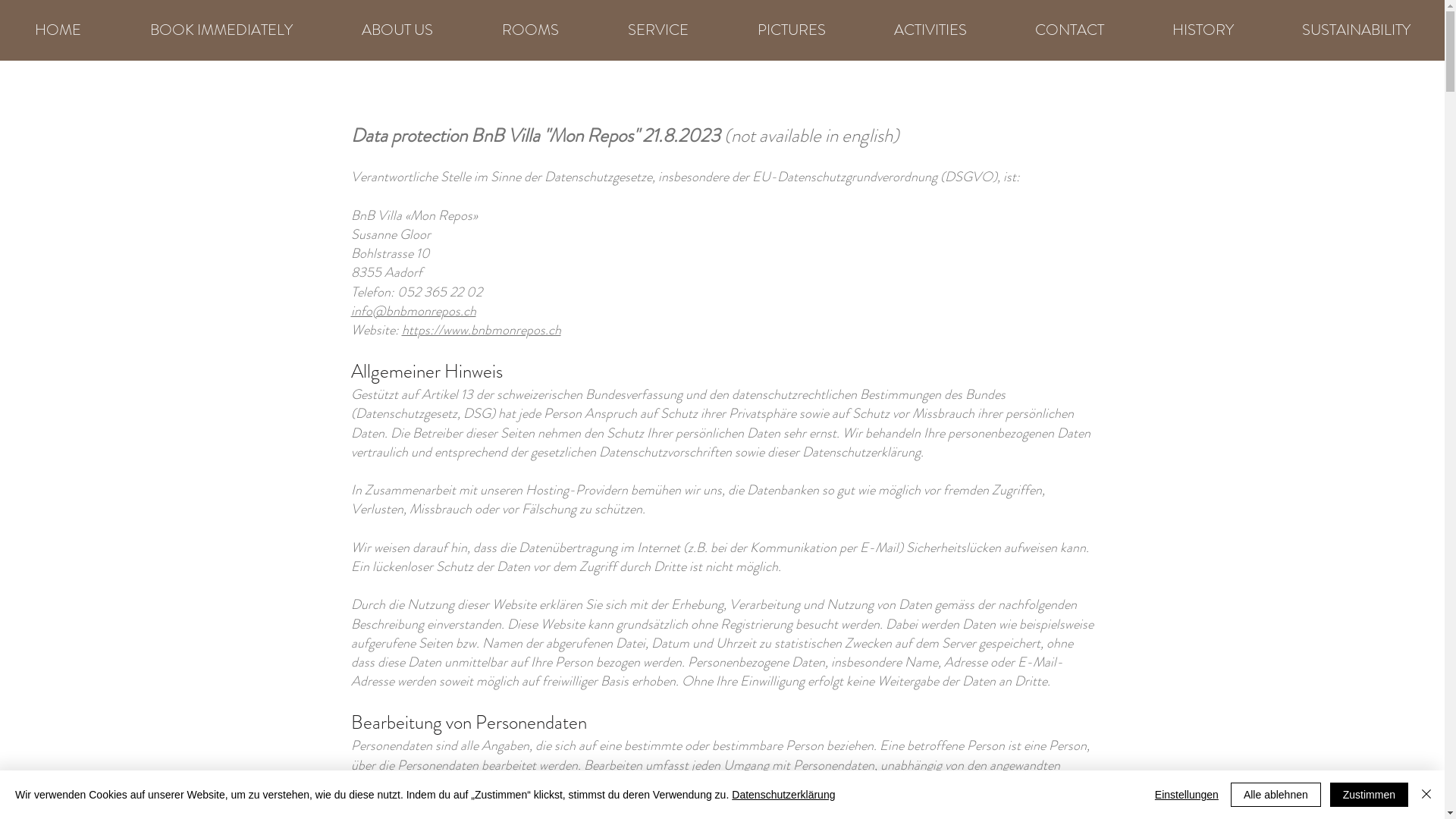 The width and height of the screenshot is (1456, 819). What do you see at coordinates (480, 329) in the screenshot?
I see `'https://www.bnbmonrepos.ch'` at bounding box center [480, 329].